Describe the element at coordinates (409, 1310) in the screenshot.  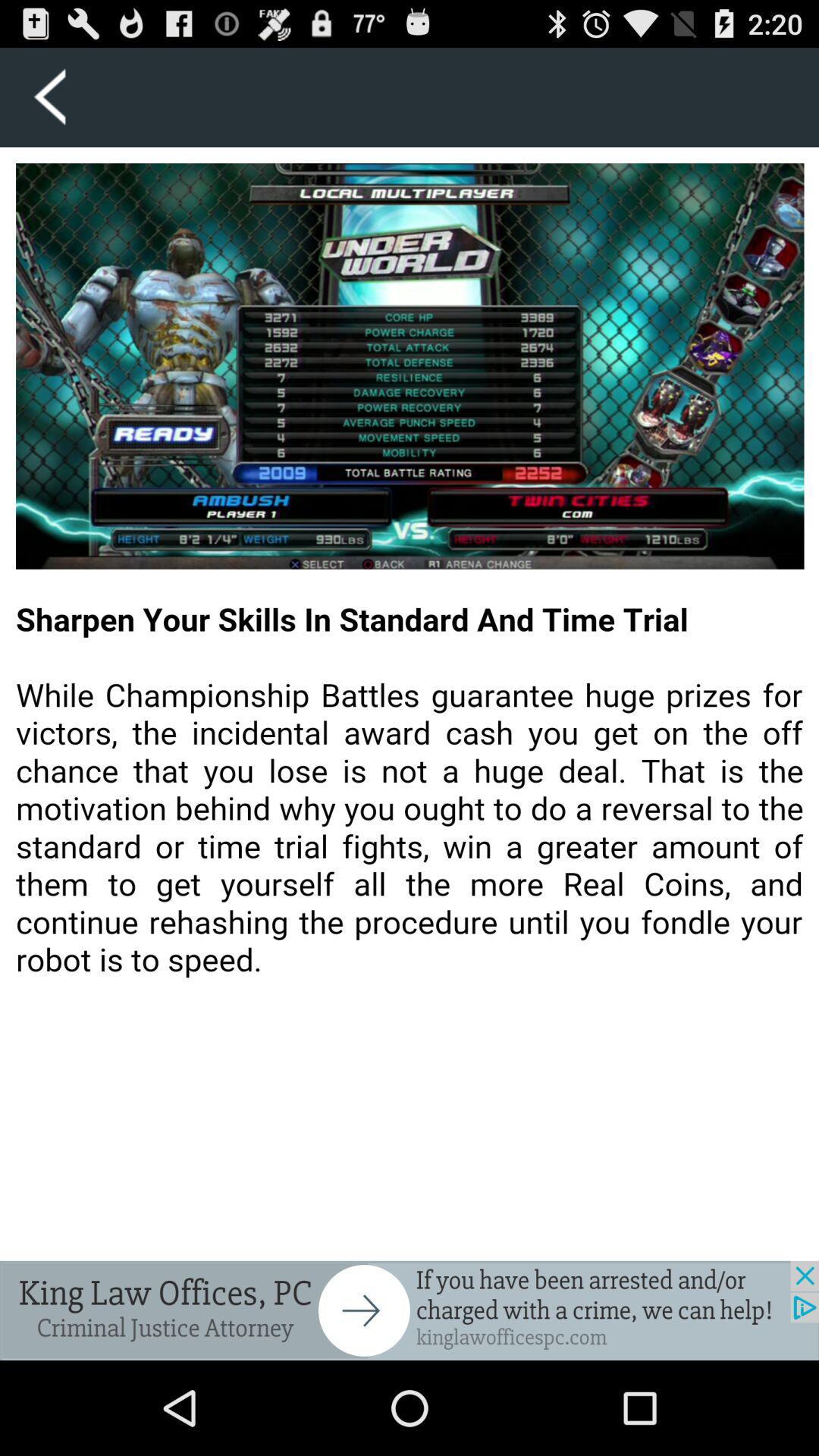
I see `back` at that location.